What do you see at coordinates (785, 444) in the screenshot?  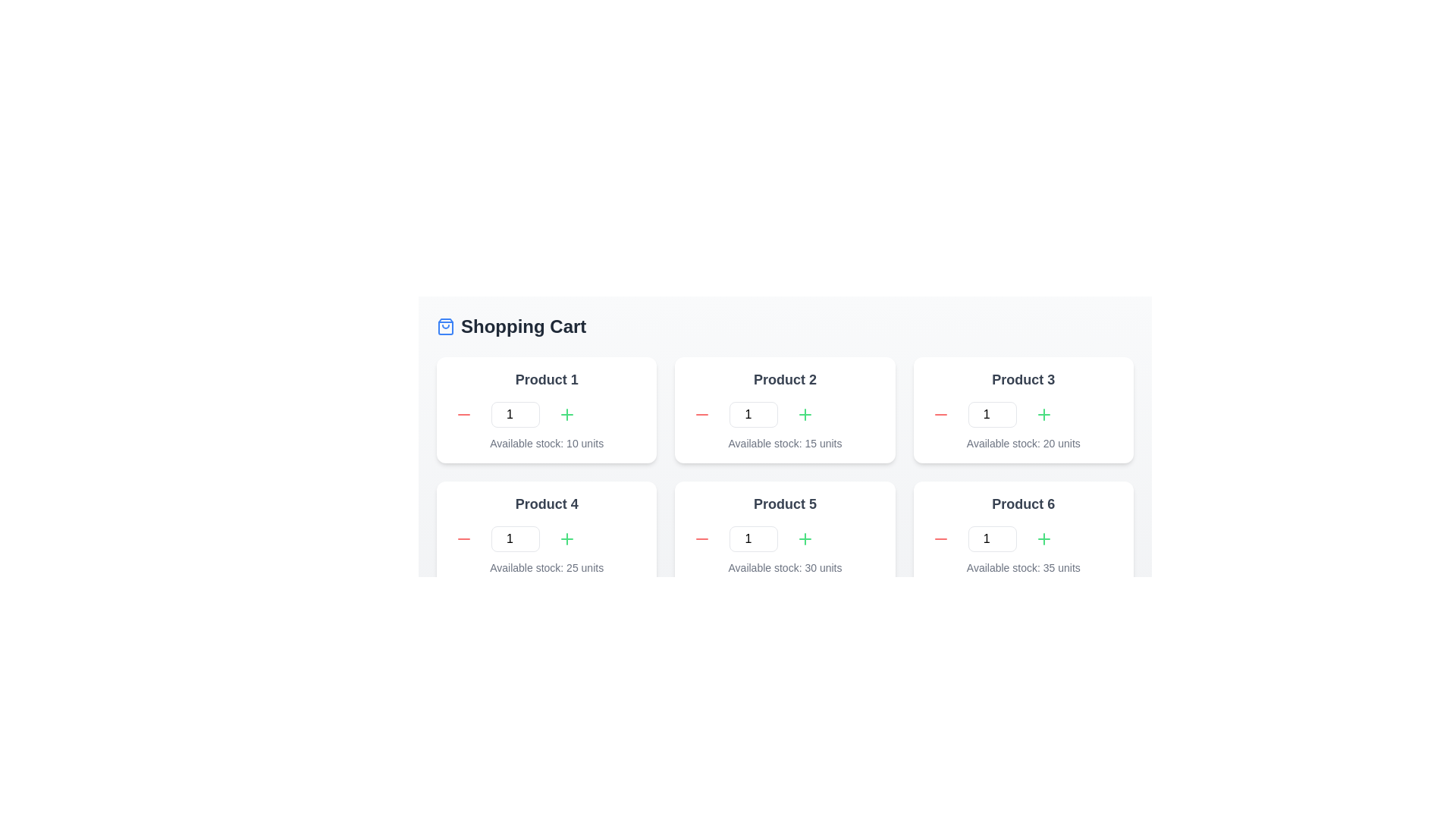 I see `the non-interactive informational Text label that displays the available quantity of the product for 'Product 2', located in the third row of text elements within the card, below the quantity control section` at bounding box center [785, 444].